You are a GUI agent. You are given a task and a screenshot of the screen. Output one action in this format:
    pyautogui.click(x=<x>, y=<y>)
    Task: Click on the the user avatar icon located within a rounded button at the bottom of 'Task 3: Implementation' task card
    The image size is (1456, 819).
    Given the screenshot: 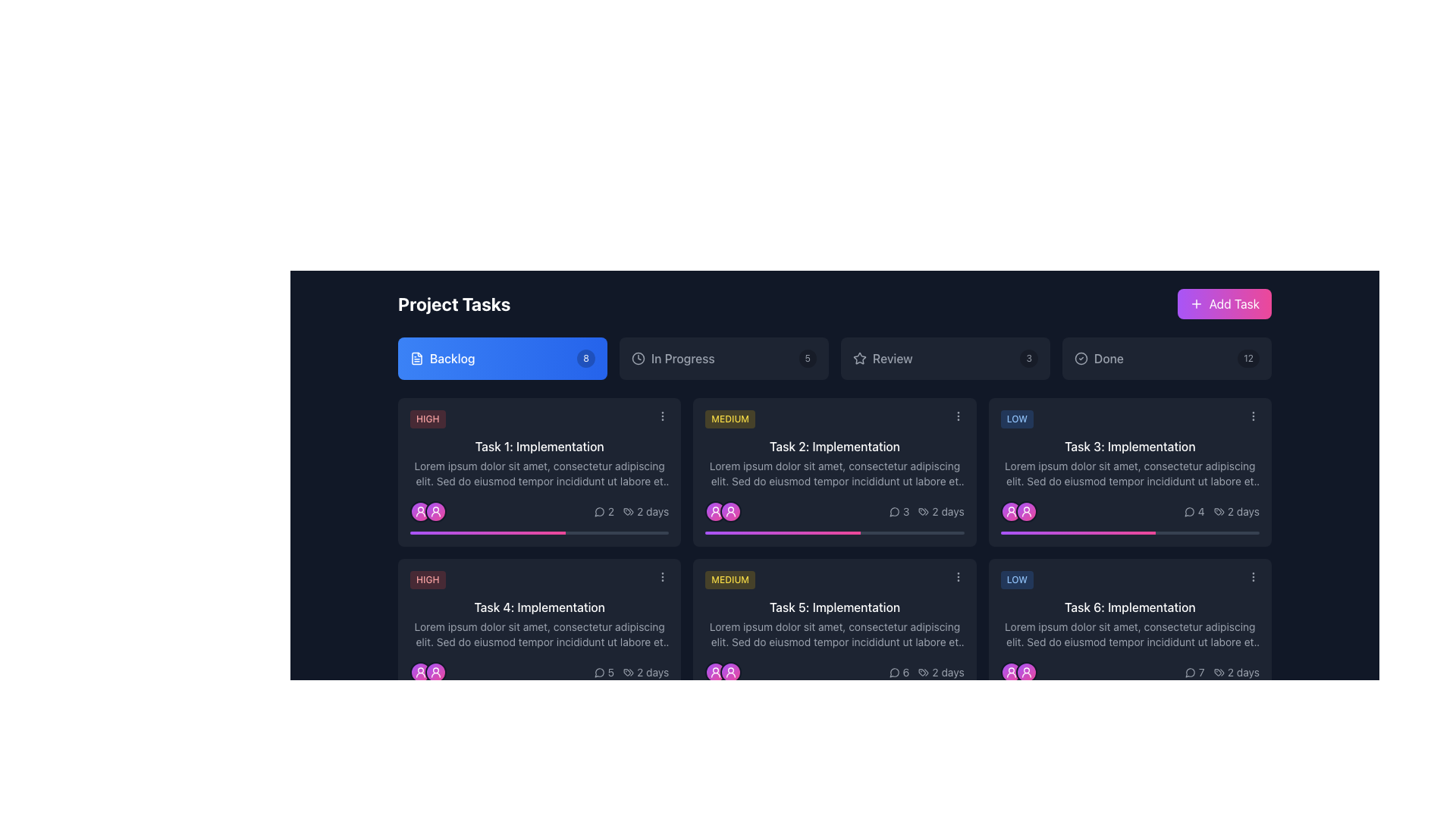 What is the action you would take?
    pyautogui.click(x=1011, y=512)
    